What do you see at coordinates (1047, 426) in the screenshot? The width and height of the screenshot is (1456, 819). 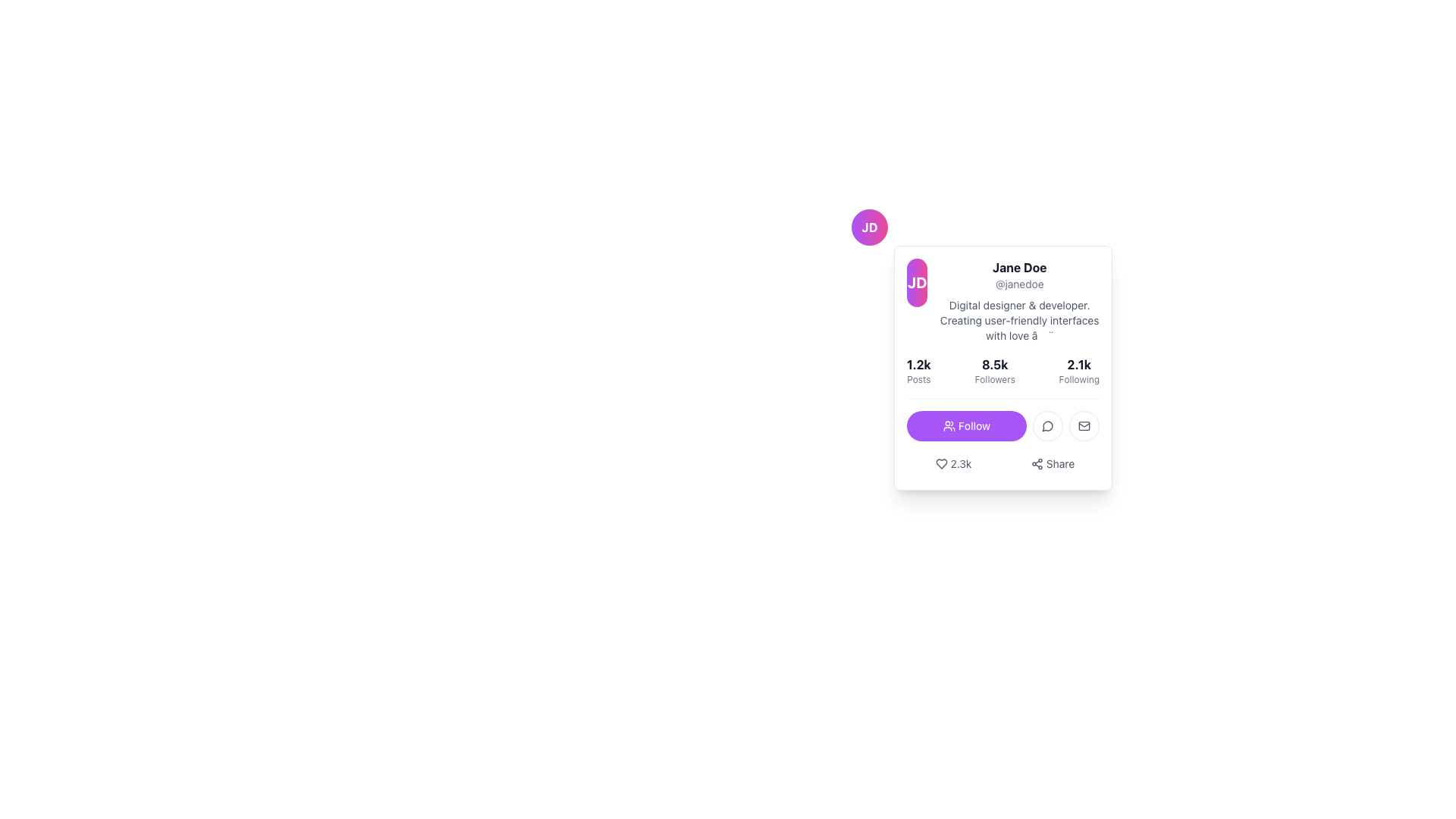 I see `the chat initiation button located near the center-right of the interface` at bounding box center [1047, 426].